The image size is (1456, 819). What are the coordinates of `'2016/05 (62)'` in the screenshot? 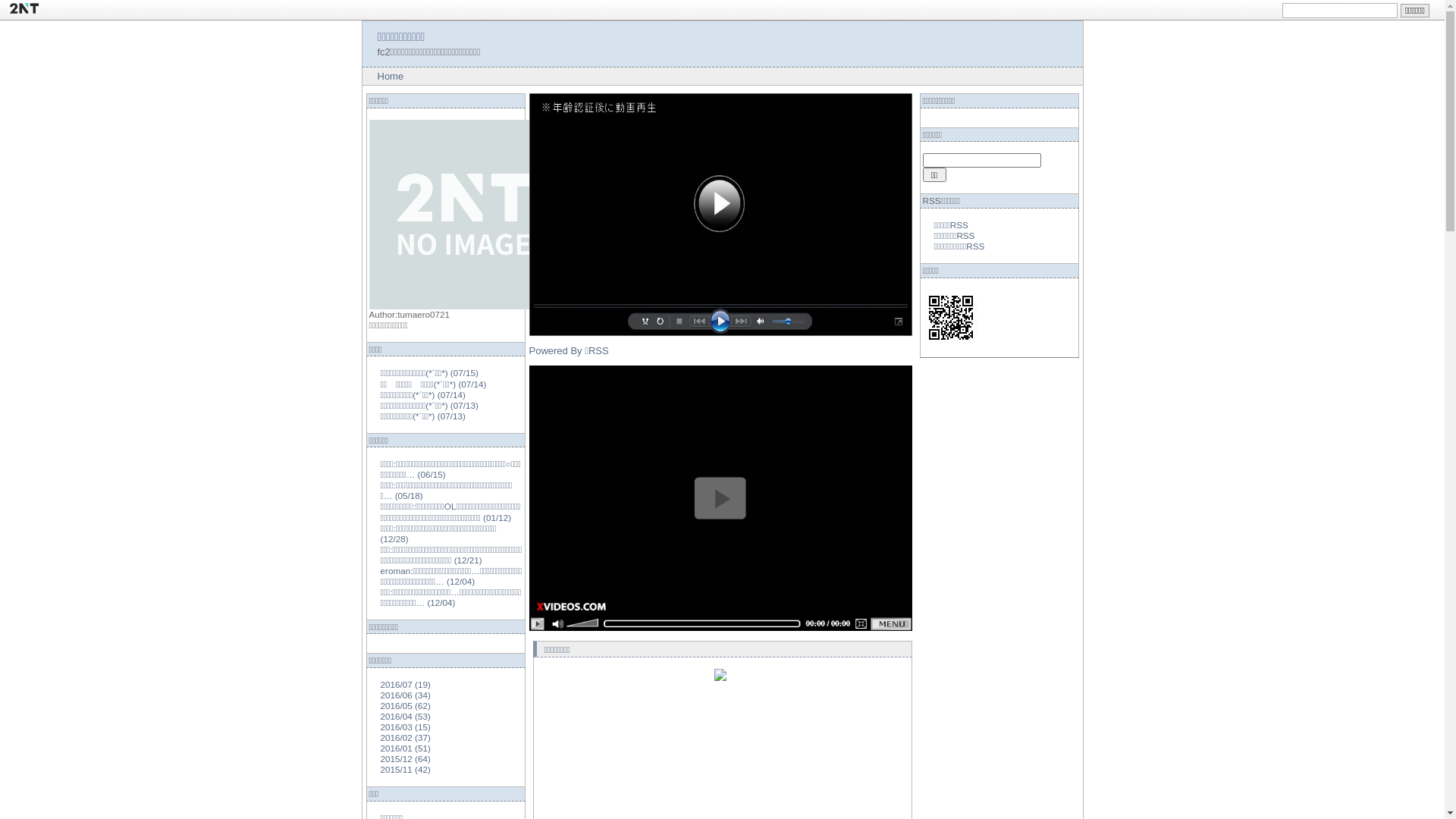 It's located at (381, 705).